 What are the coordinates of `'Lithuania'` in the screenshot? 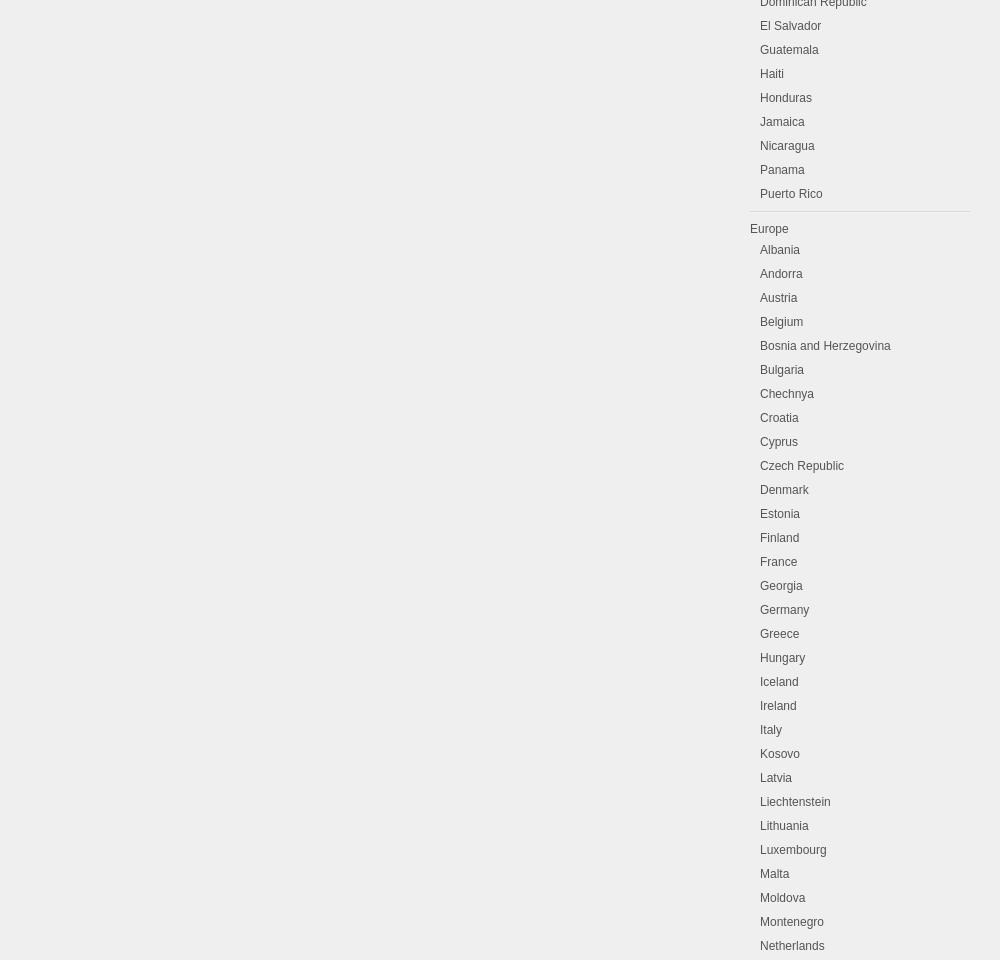 It's located at (784, 825).